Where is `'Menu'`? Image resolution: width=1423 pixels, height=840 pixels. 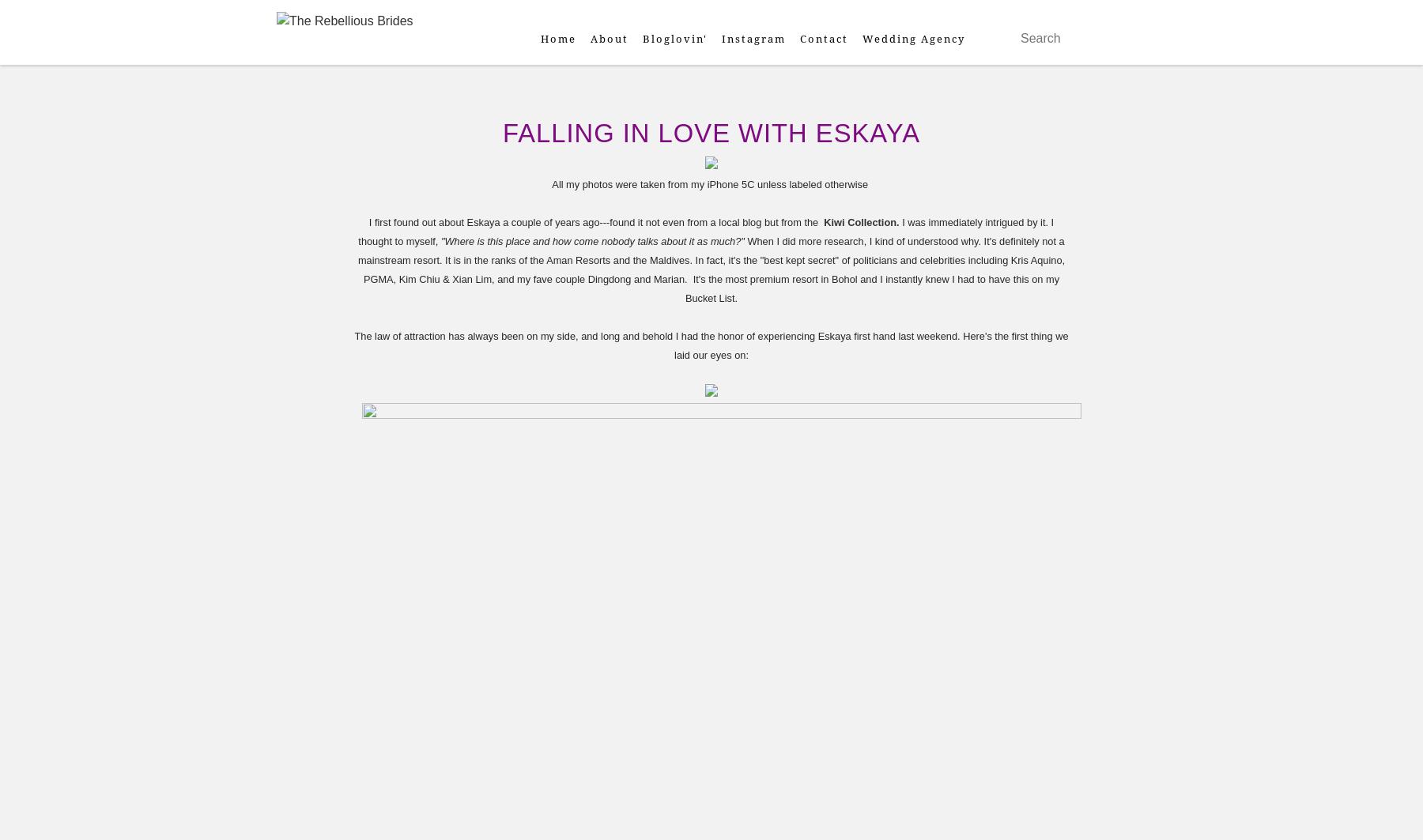
'Menu' is located at coordinates (315, 58).